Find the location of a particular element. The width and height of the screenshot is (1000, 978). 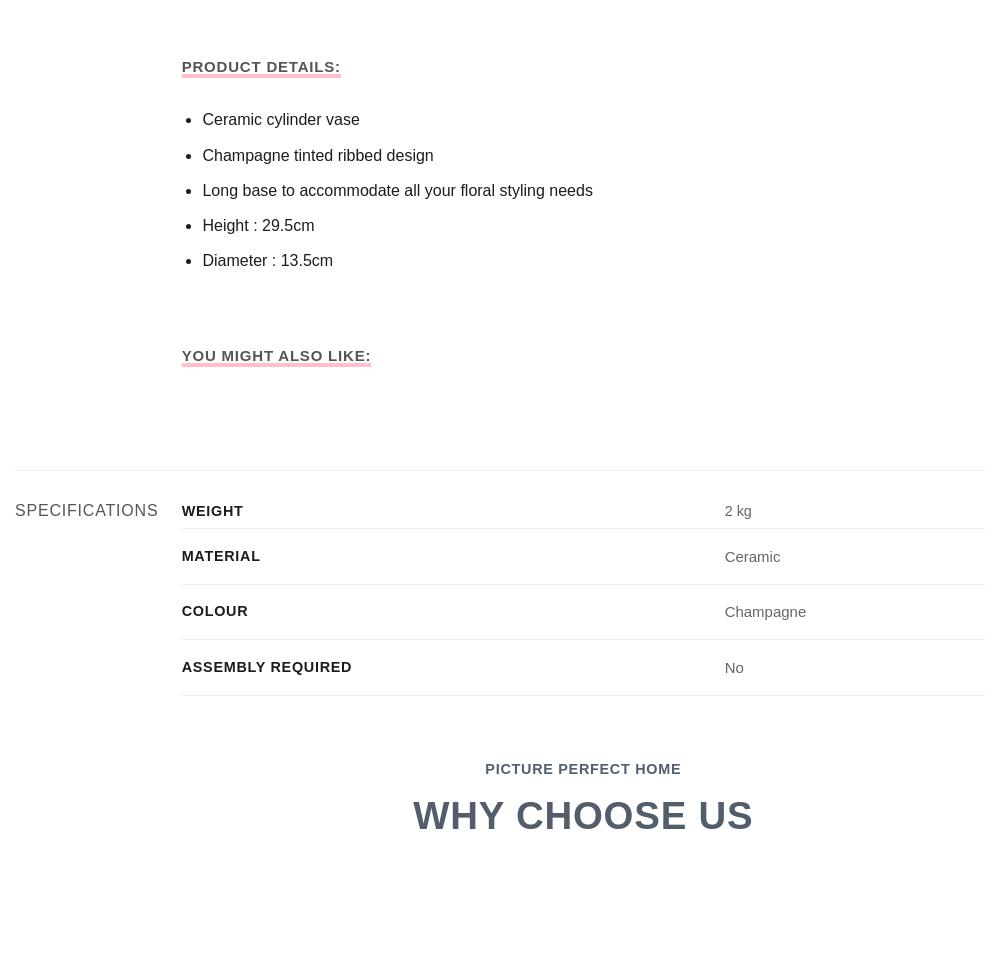

'Long base to accommodate all your floral styling needs' is located at coordinates (397, 189).